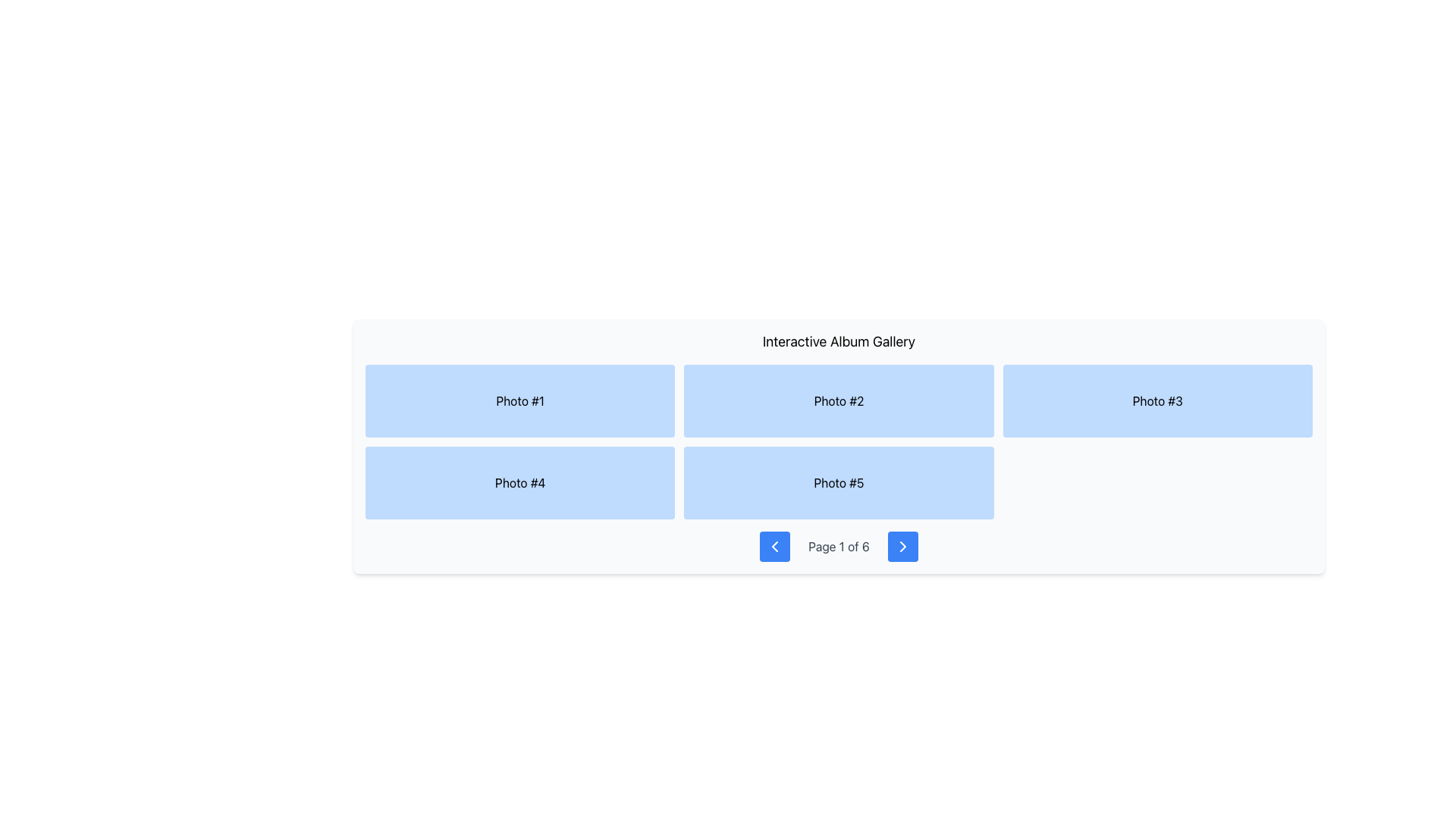  Describe the element at coordinates (520, 482) in the screenshot. I see `the blue rectangular static display box labeled 'Photo #4' that contains bold, black text and is positioned in the second row, first column of the grid layout` at that location.